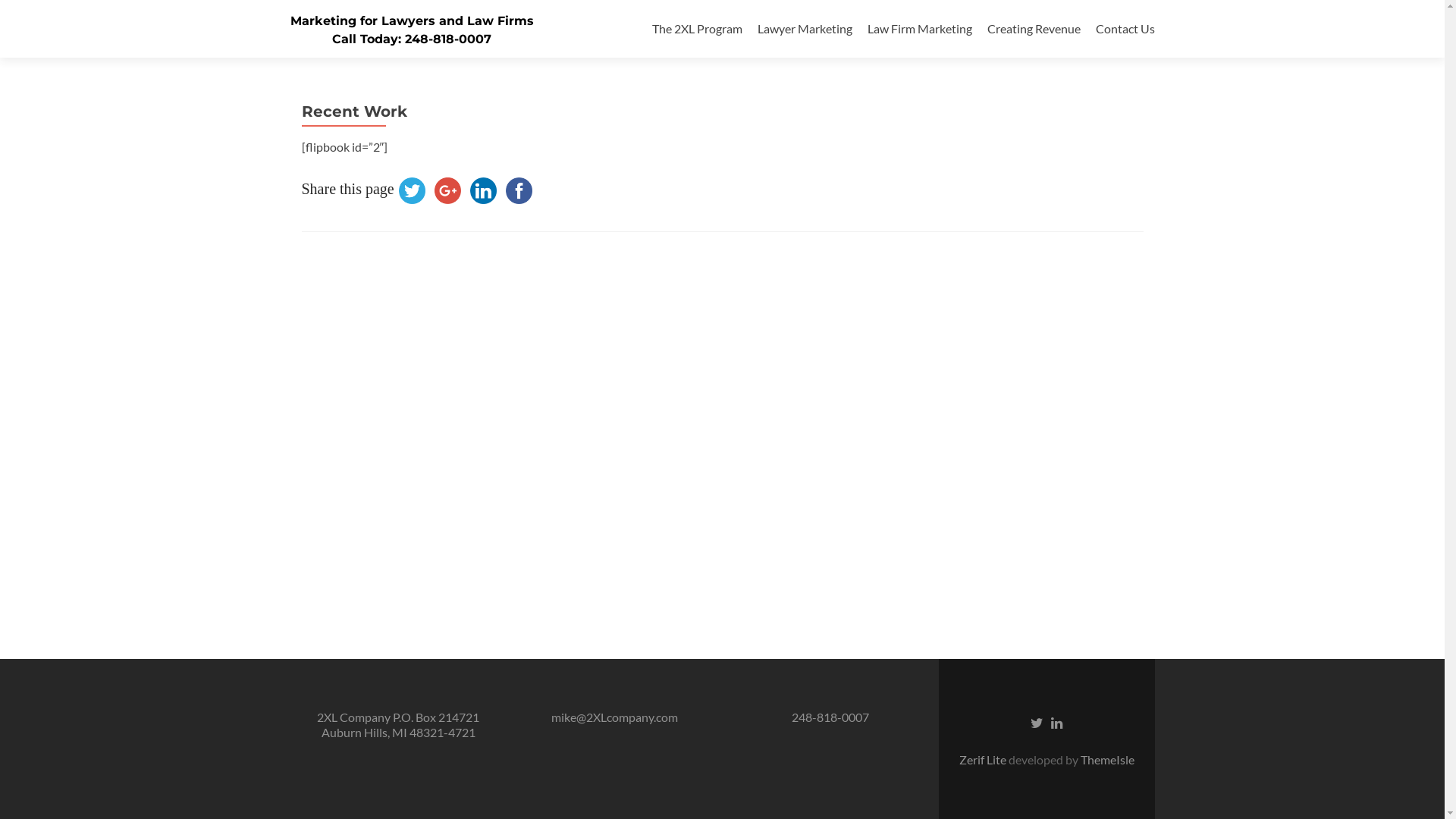 The width and height of the screenshot is (1456, 819). What do you see at coordinates (1033, 28) in the screenshot?
I see `'Creating Revenue'` at bounding box center [1033, 28].